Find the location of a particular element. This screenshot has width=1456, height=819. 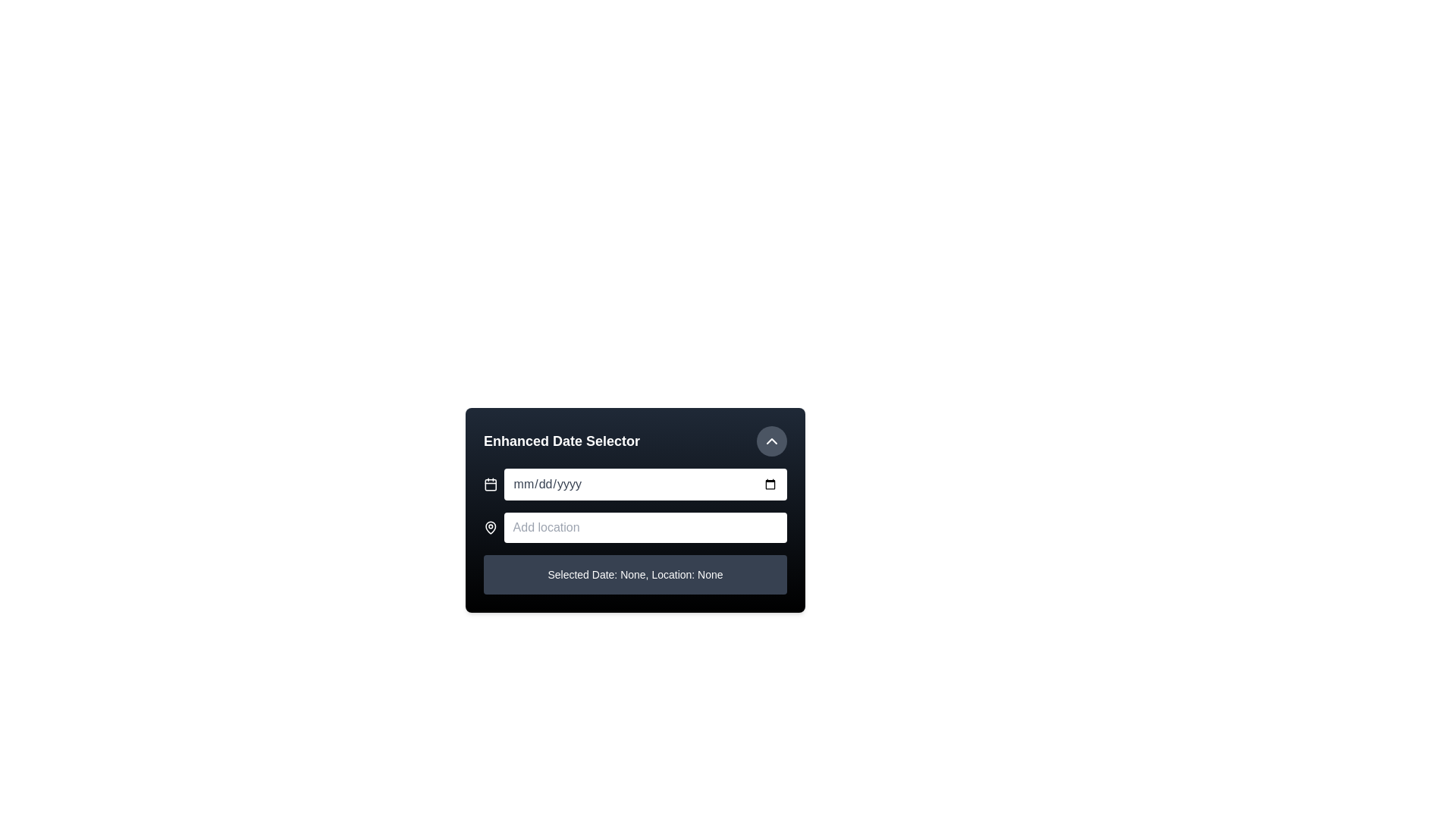

the calendar icon in the upper-left segment of the date selection interface is located at coordinates (491, 485).